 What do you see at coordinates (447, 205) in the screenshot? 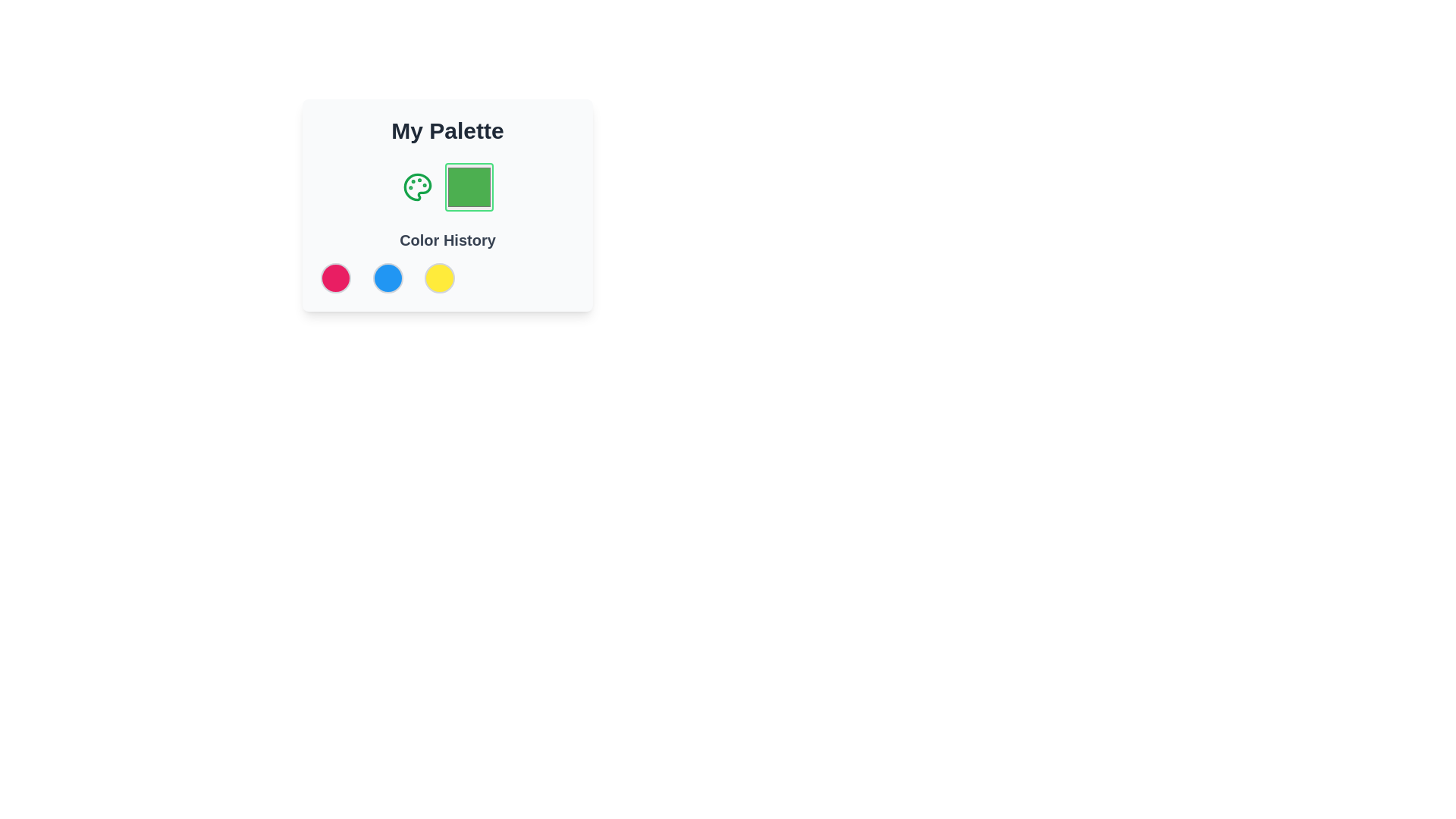
I see `the Color Display Box, which is a green square with a thin green border, located` at bounding box center [447, 205].